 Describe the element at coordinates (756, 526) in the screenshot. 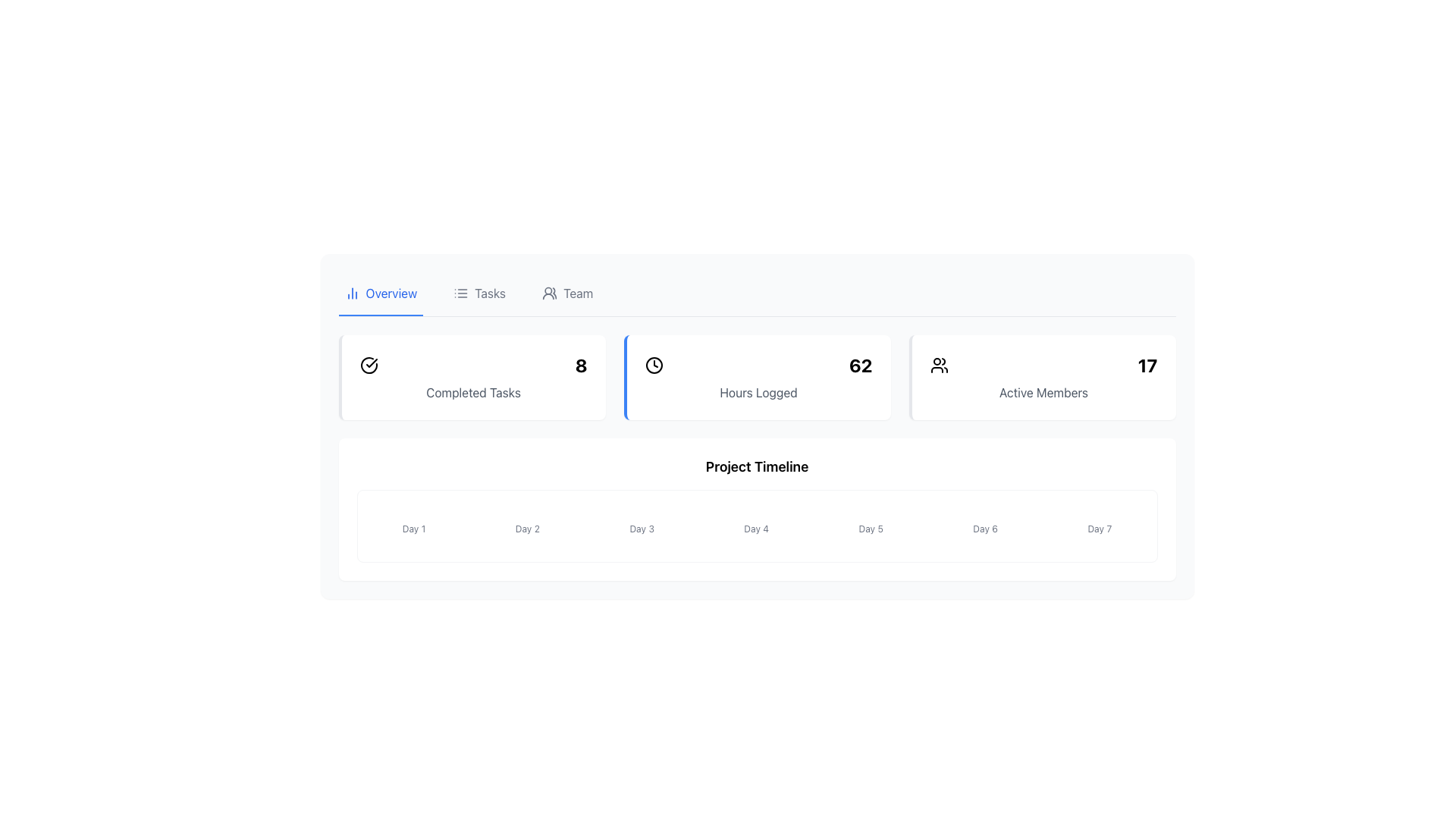

I see `the information displayed in the fourth day label of the project timeline, which shows progress or activities scheduled for this day` at that location.